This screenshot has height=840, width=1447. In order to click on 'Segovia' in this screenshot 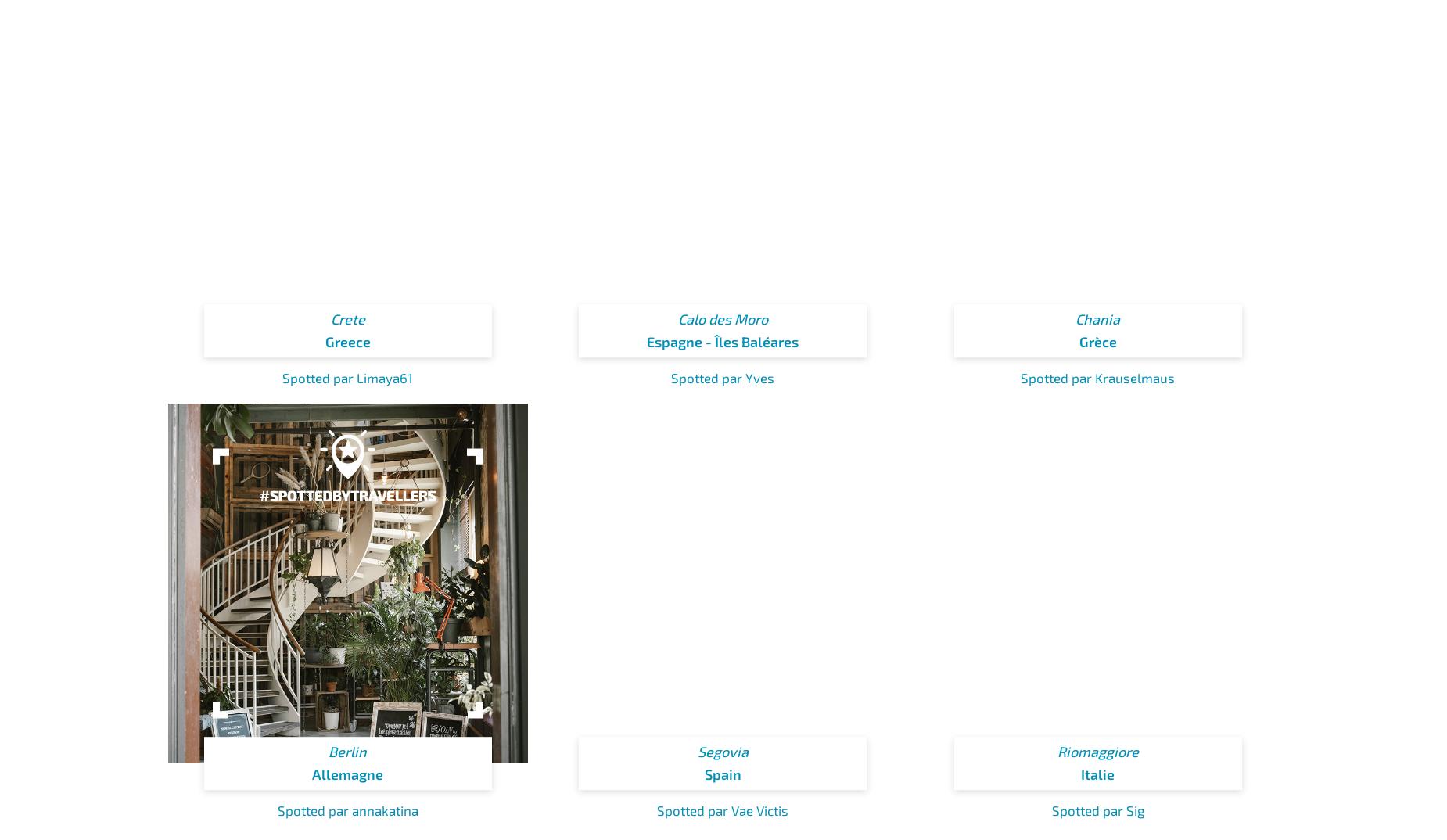, I will do `click(722, 752)`.